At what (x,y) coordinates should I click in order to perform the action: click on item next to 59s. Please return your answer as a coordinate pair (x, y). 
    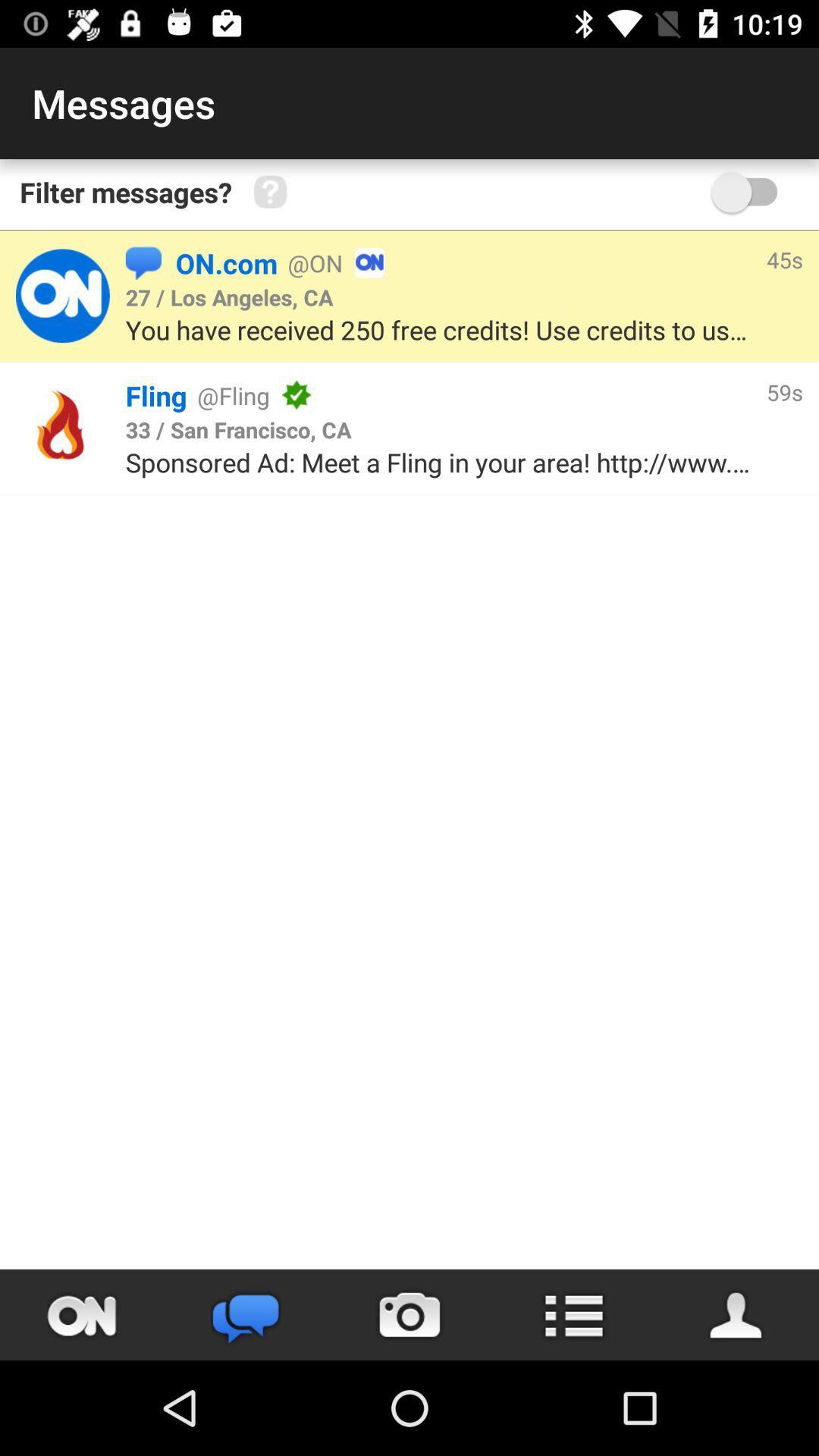
    Looking at the image, I should click on (238, 428).